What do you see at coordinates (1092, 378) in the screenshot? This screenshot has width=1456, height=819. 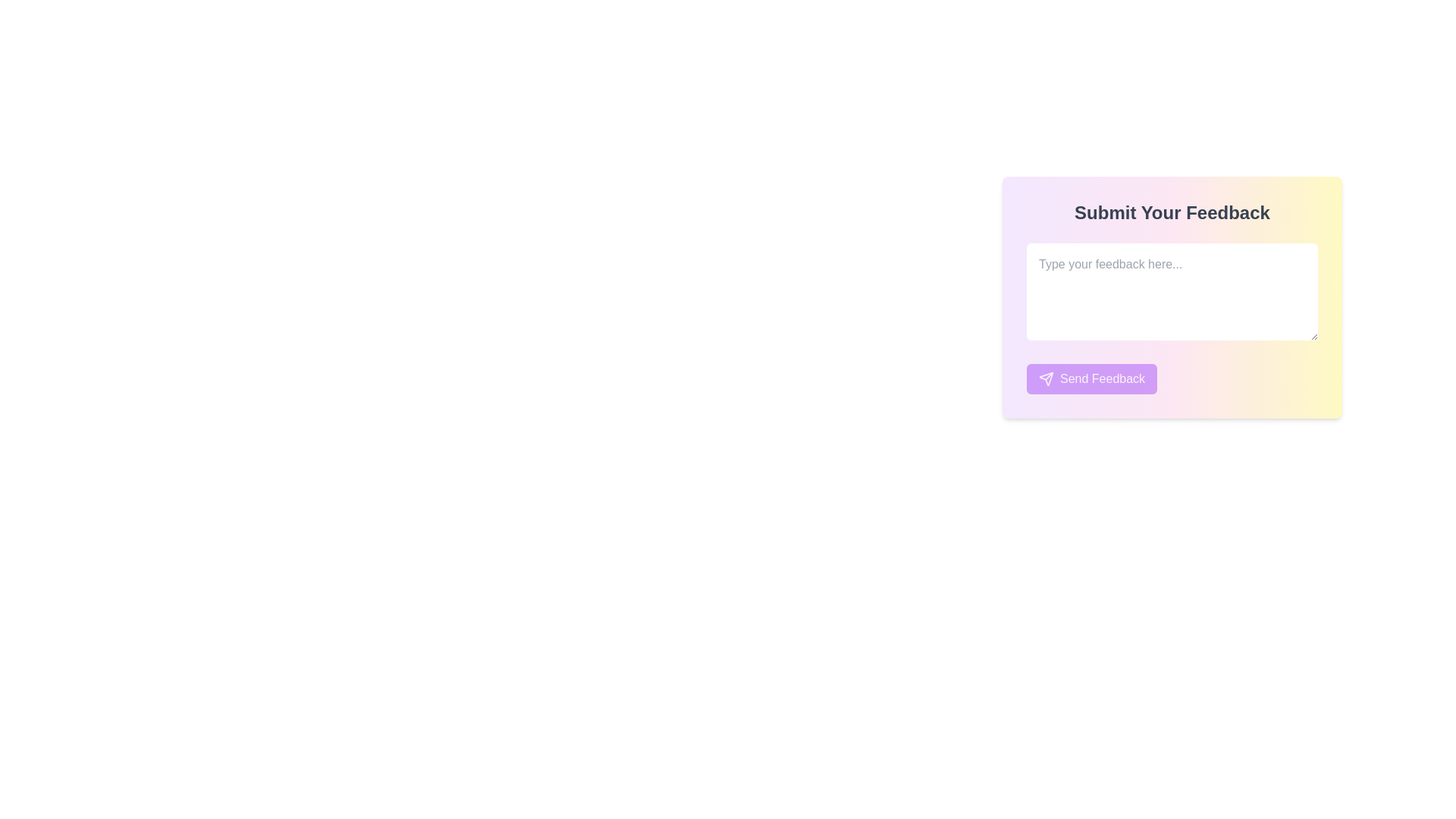 I see `the feedback submission button located at the bottom of the 'Submit Your Feedback' form` at bounding box center [1092, 378].